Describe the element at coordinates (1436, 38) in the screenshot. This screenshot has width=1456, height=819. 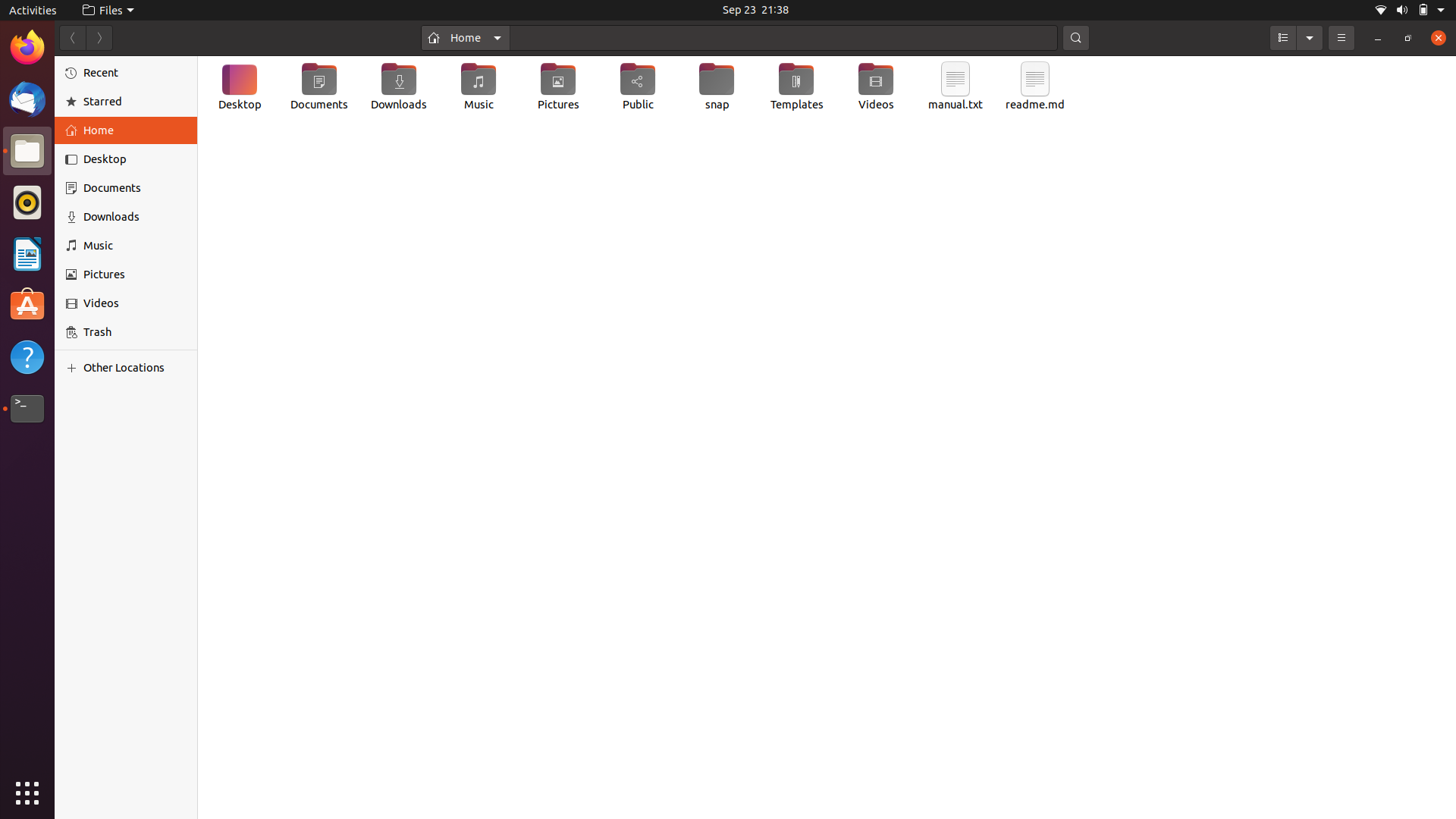
I see `Terminate the window currently open` at that location.